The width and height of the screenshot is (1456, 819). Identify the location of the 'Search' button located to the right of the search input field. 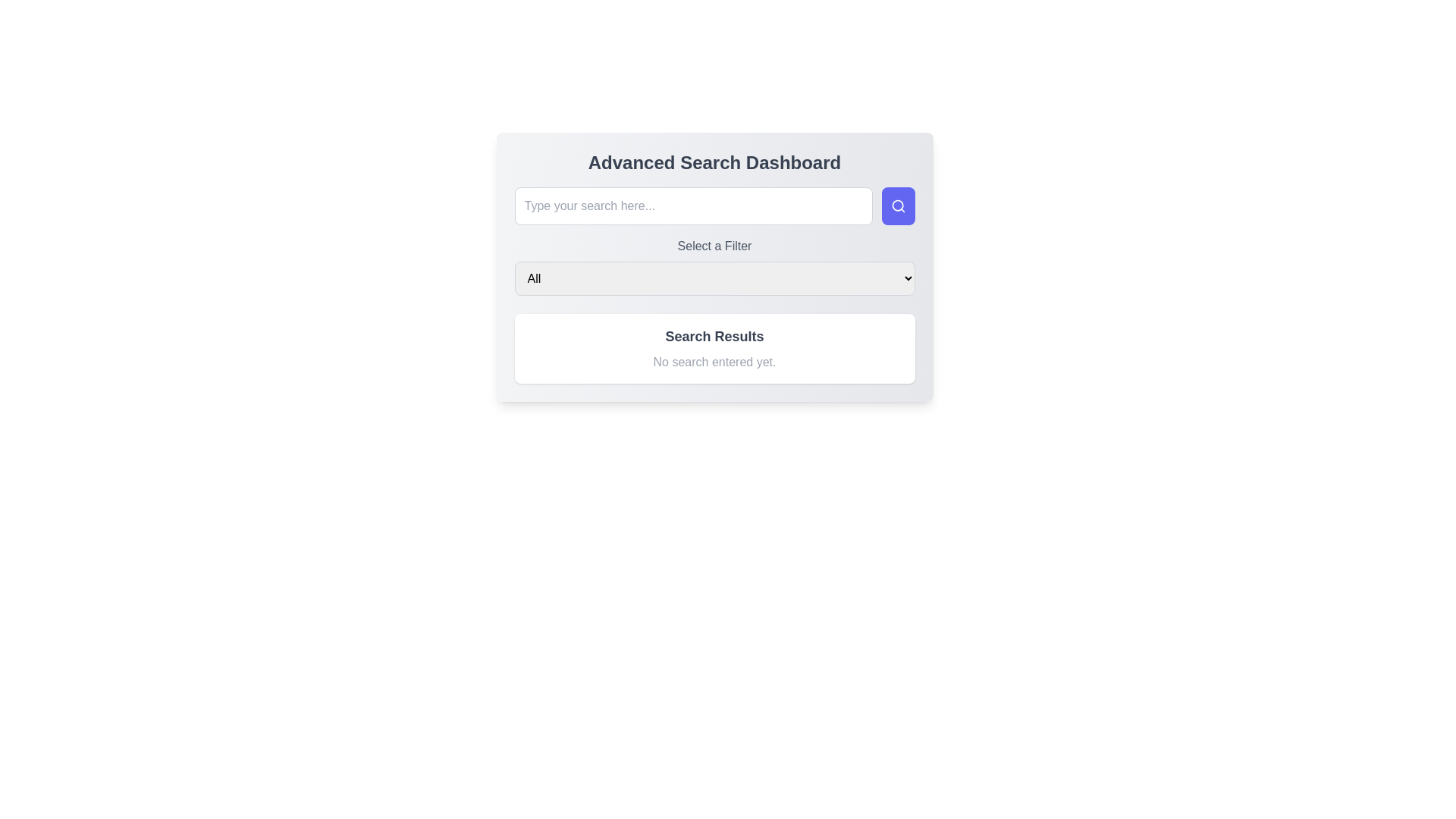
(898, 206).